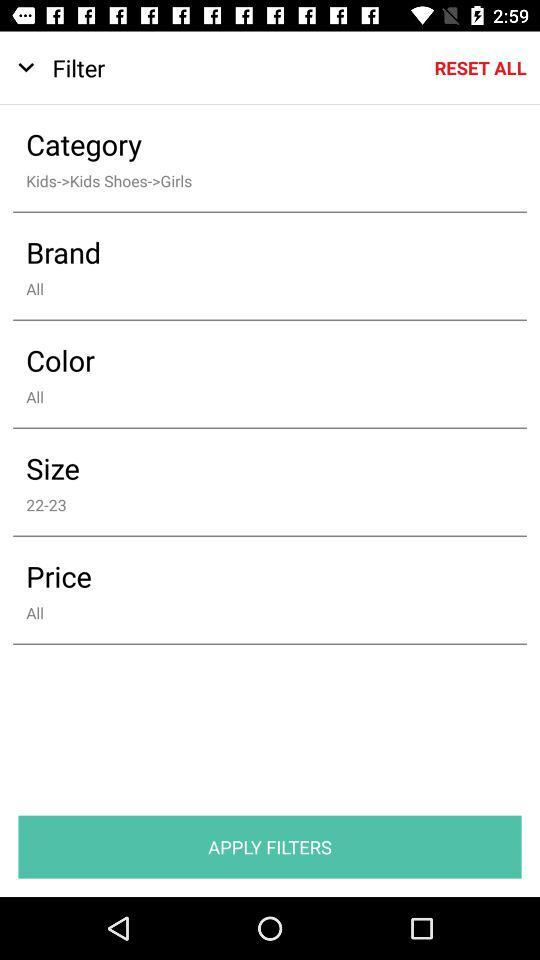  What do you see at coordinates (256, 251) in the screenshot?
I see `item above all` at bounding box center [256, 251].